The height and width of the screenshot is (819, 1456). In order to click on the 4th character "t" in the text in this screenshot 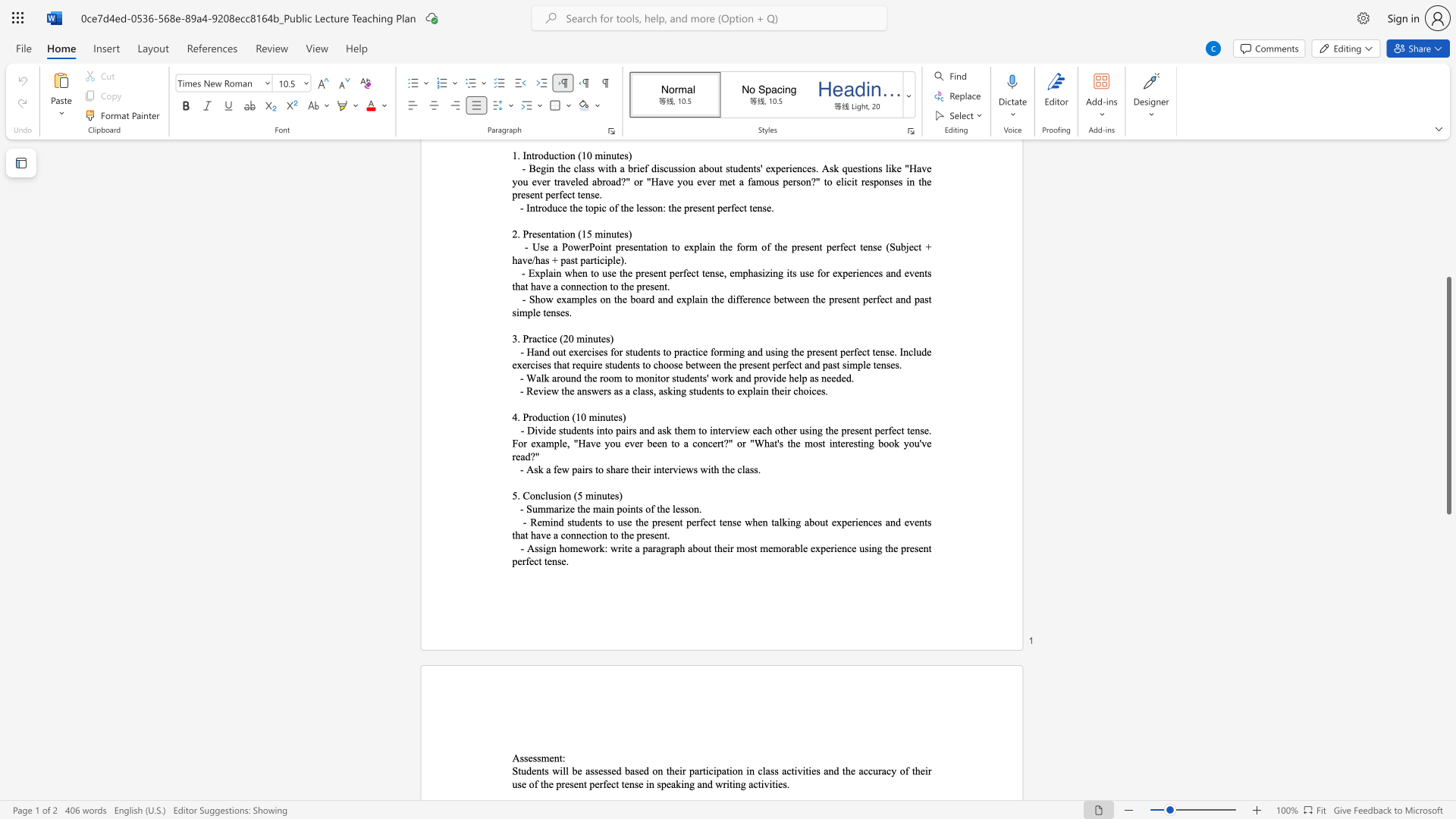, I will do `click(711, 469)`.